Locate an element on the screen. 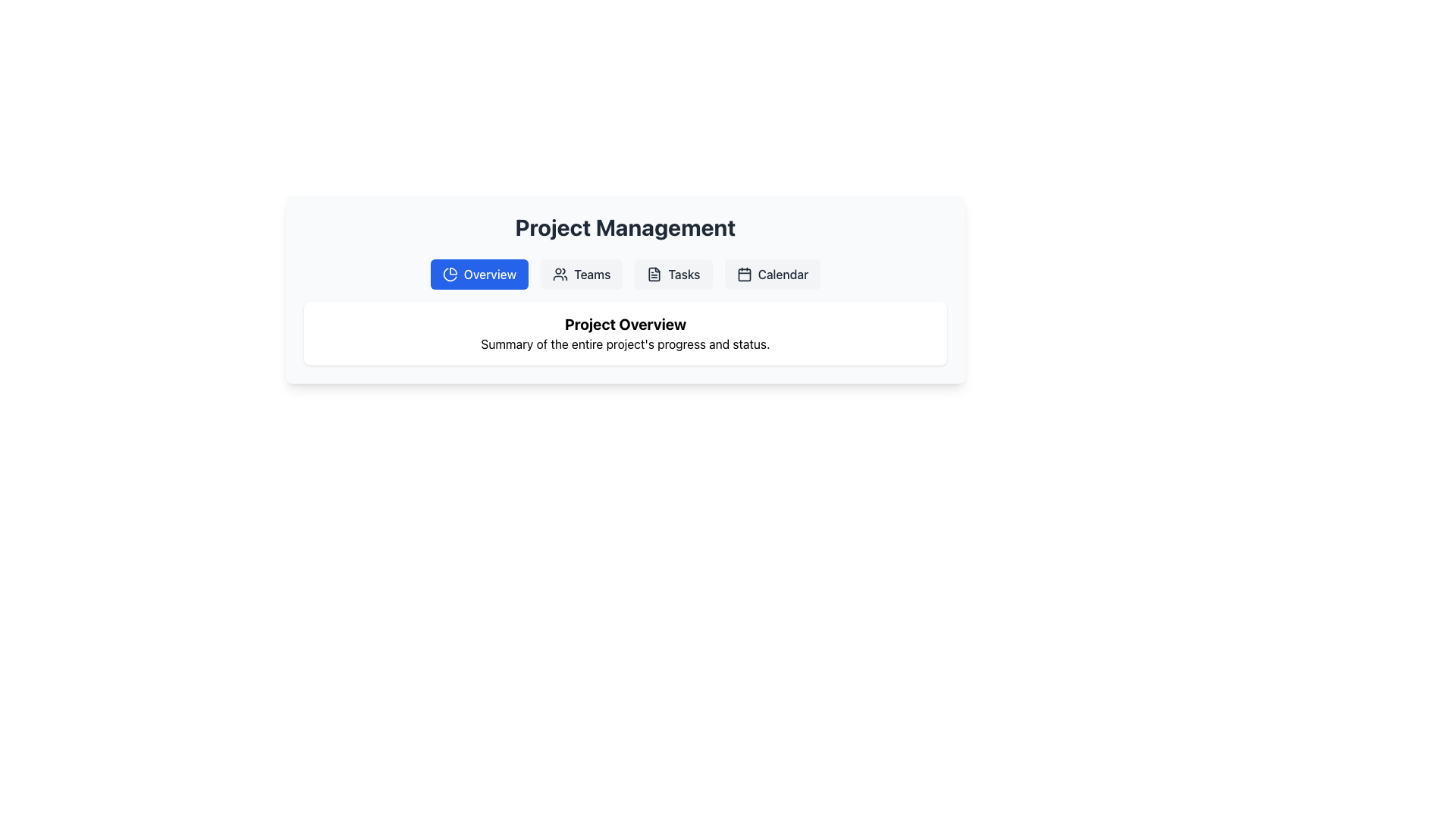 This screenshot has height=819, width=1456. text content of the title indicating 'Project Overview', which is centrally aligned above the summary text is located at coordinates (626, 324).